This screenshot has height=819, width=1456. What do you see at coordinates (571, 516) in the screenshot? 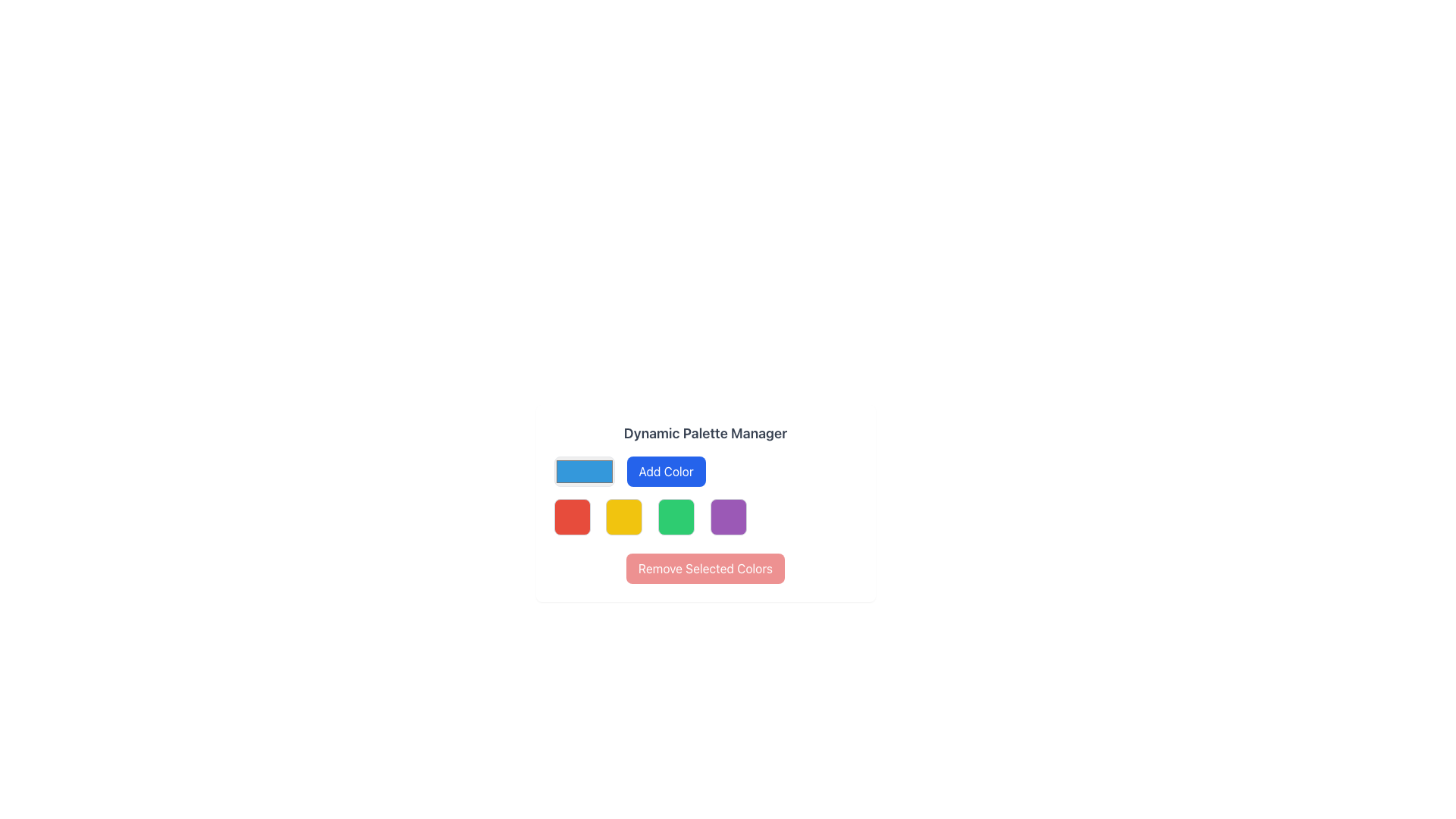
I see `the color swatch representing the red color` at bounding box center [571, 516].